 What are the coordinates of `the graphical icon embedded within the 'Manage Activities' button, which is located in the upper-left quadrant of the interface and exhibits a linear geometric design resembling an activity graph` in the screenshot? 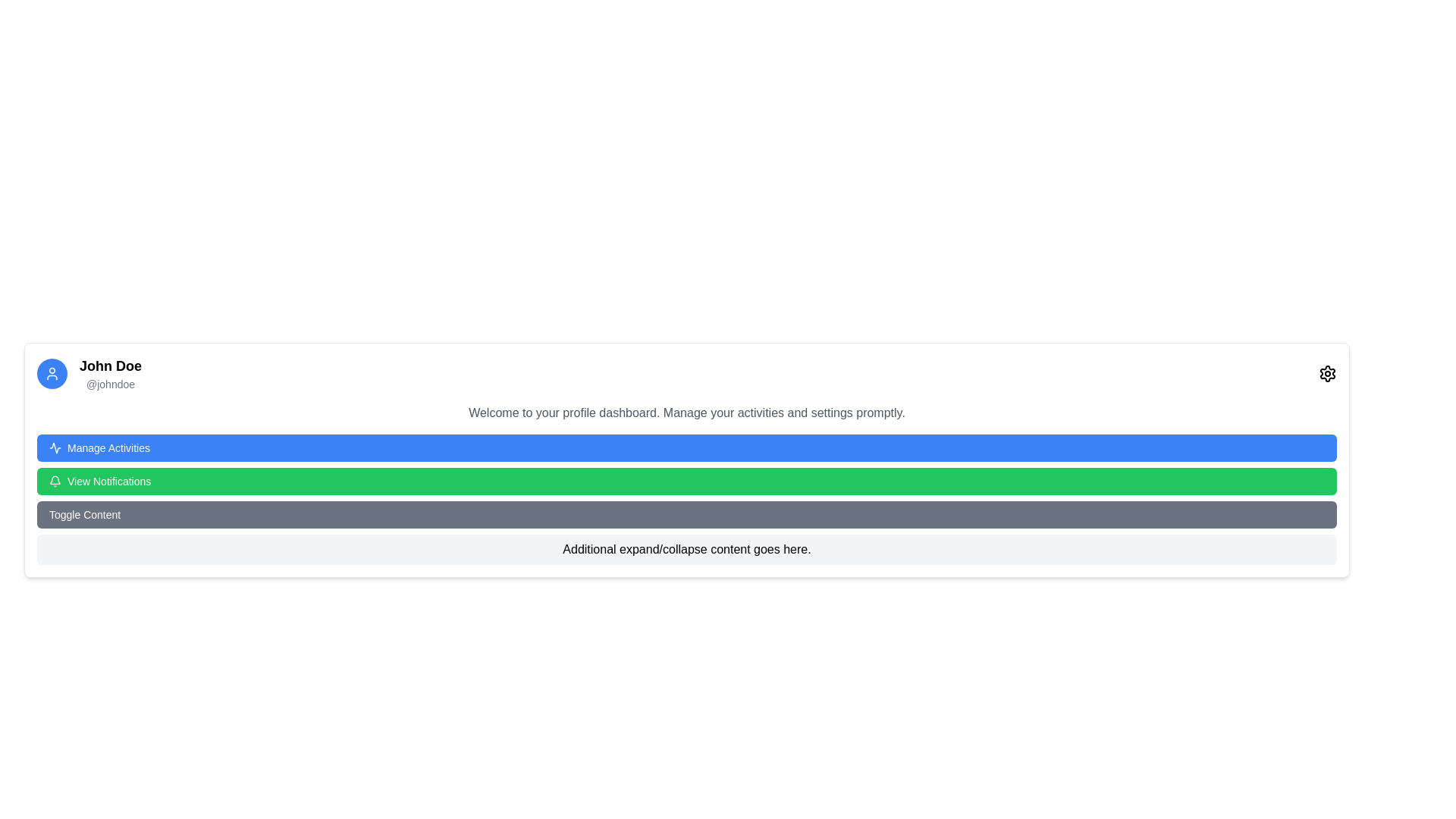 It's located at (55, 447).